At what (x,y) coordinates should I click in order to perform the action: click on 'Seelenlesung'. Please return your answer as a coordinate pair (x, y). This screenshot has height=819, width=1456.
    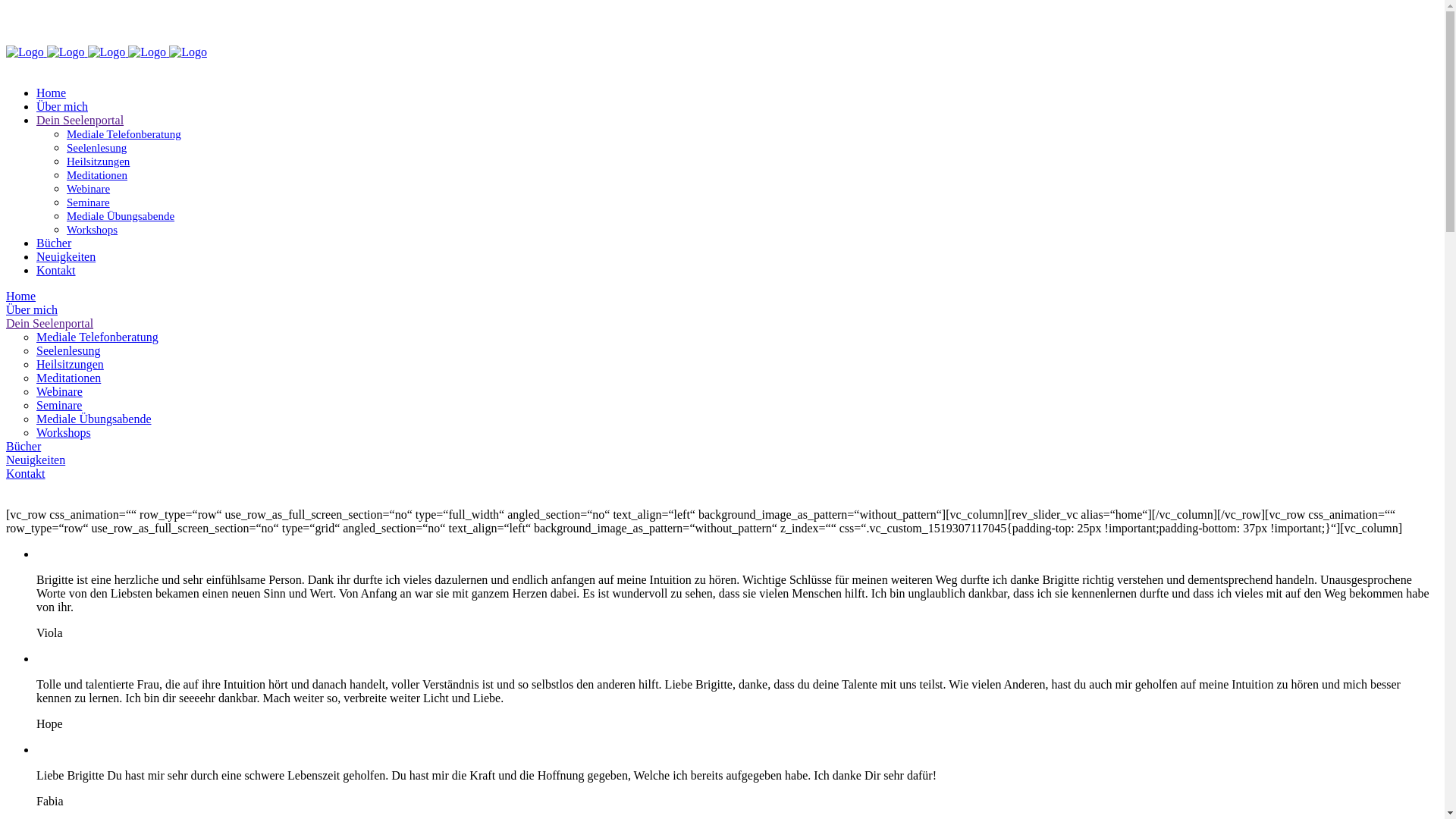
    Looking at the image, I should click on (96, 148).